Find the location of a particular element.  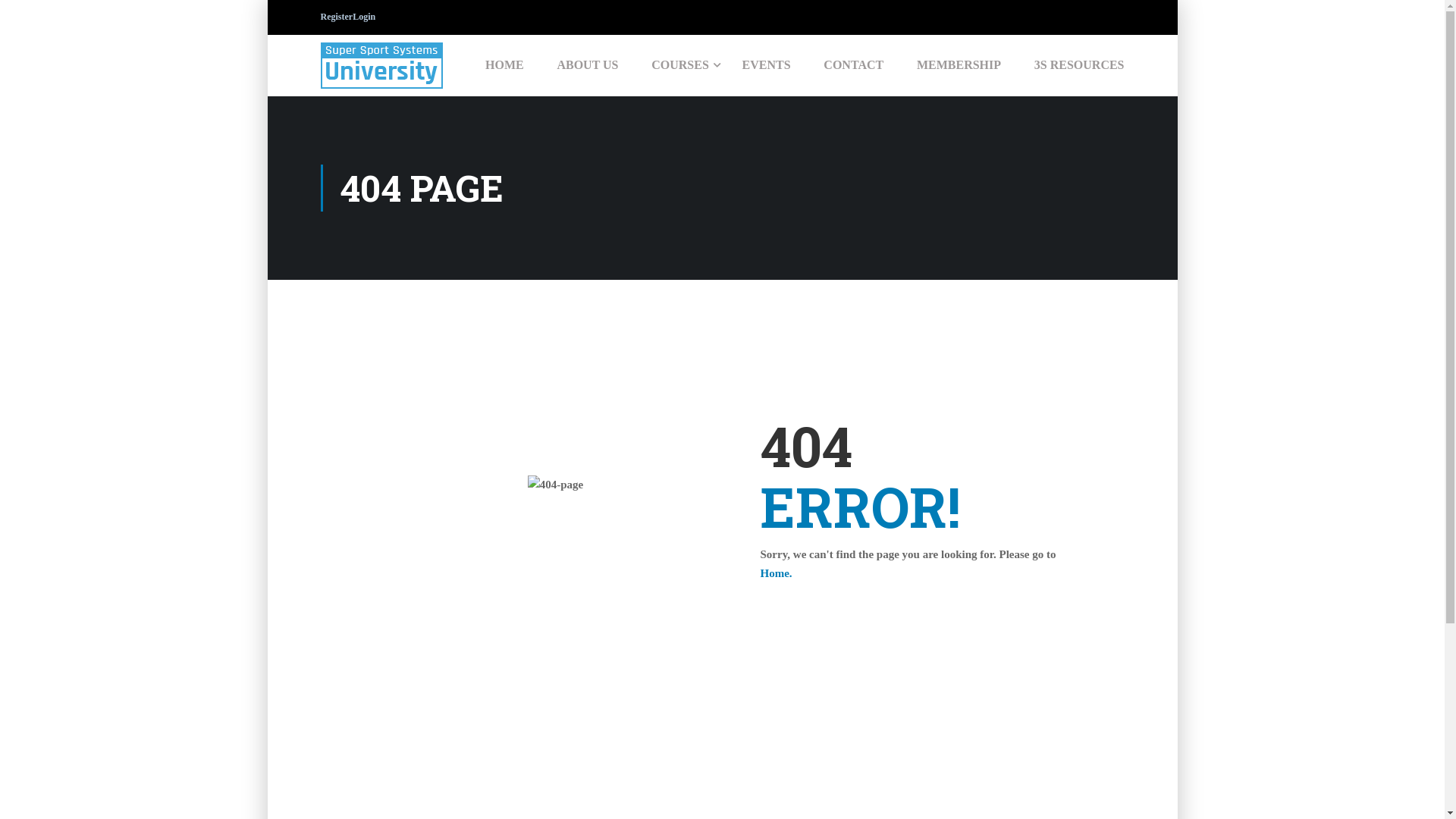

'MEMBERSHIP' is located at coordinates (958, 64).